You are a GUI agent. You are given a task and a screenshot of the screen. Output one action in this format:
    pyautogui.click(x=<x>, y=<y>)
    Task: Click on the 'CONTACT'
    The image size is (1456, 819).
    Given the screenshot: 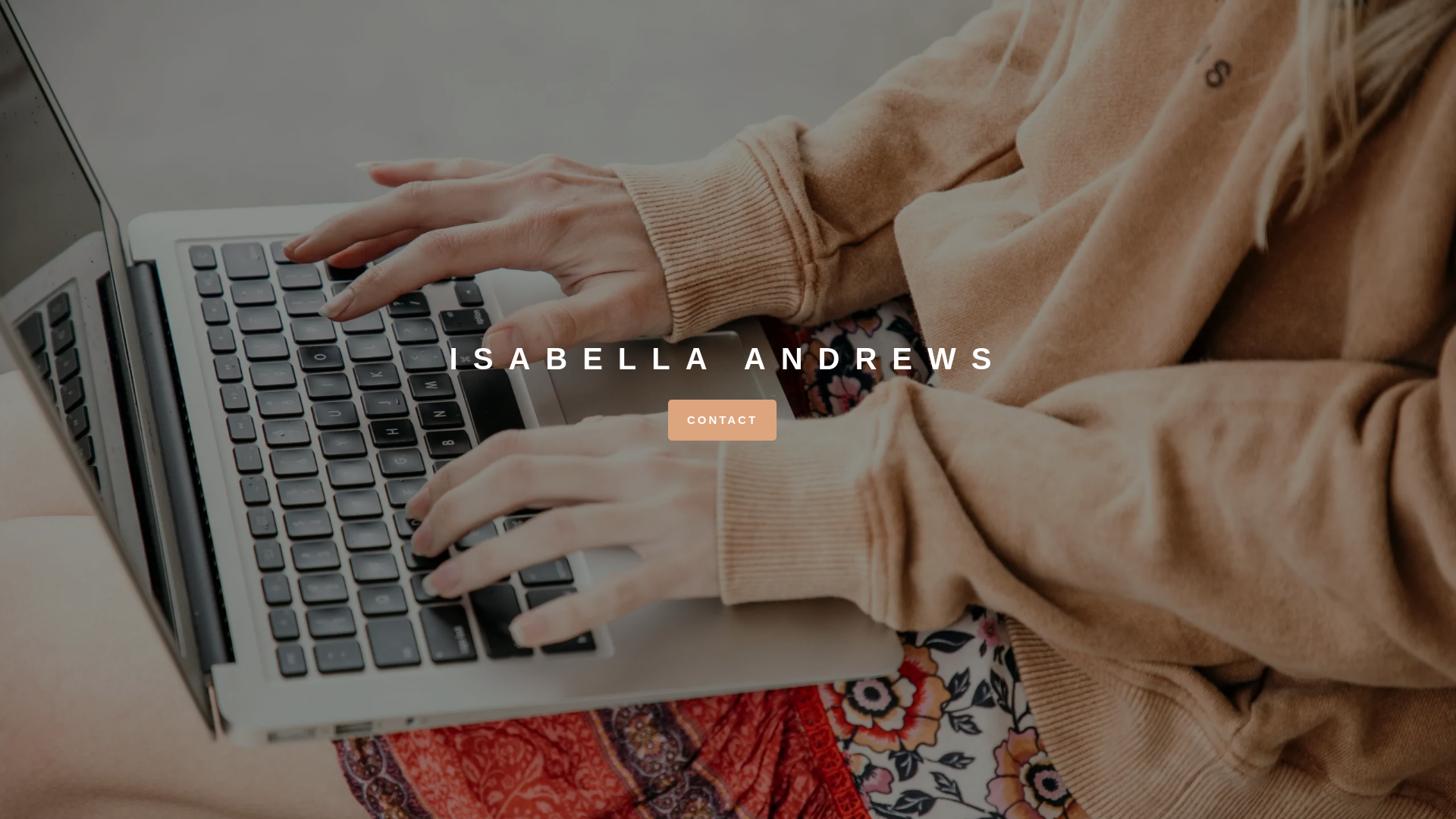 What is the action you would take?
    pyautogui.click(x=721, y=420)
    